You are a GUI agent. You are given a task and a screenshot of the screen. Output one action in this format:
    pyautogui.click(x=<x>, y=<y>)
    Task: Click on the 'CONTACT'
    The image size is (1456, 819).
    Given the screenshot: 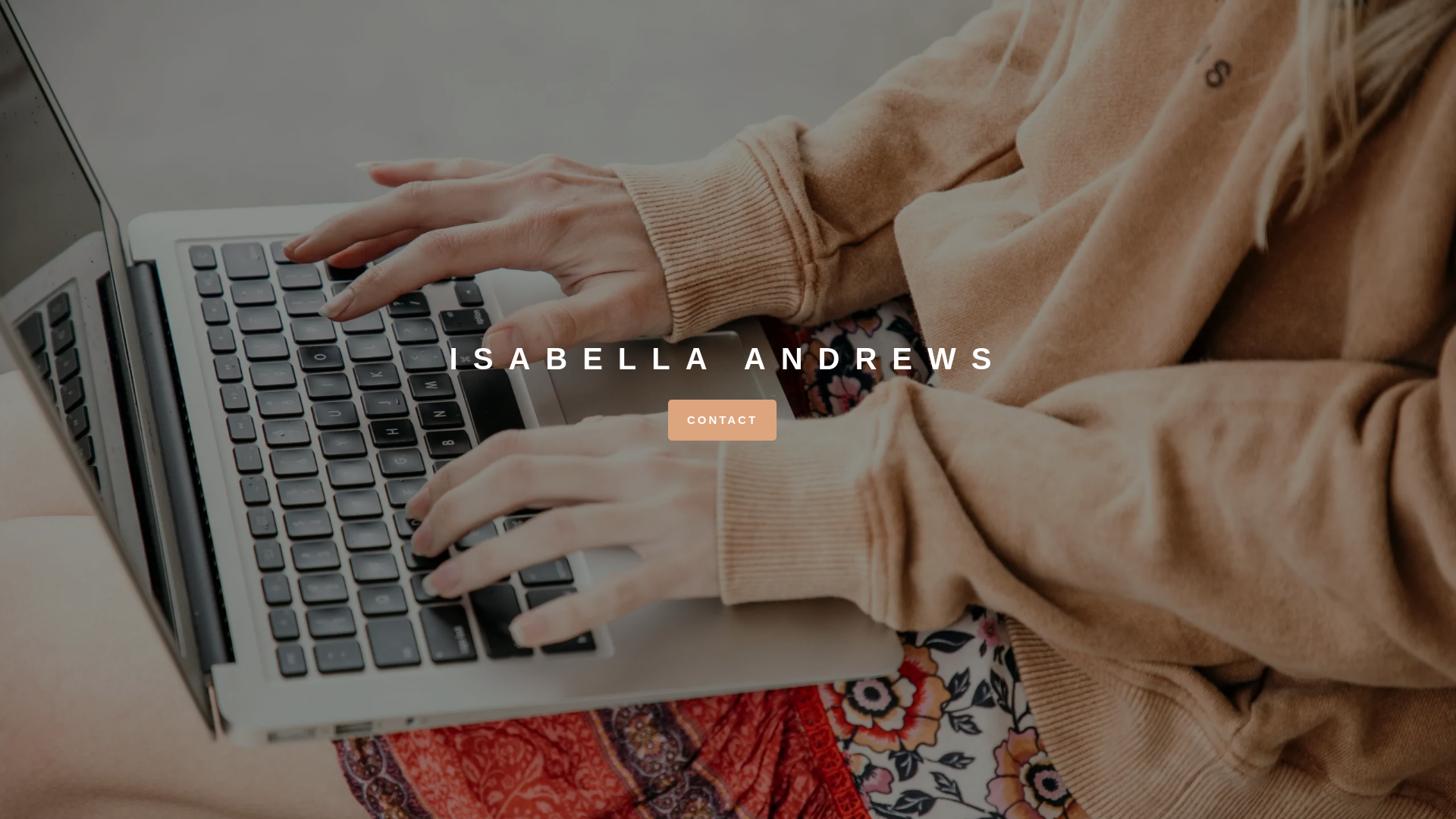 What is the action you would take?
    pyautogui.click(x=721, y=420)
    